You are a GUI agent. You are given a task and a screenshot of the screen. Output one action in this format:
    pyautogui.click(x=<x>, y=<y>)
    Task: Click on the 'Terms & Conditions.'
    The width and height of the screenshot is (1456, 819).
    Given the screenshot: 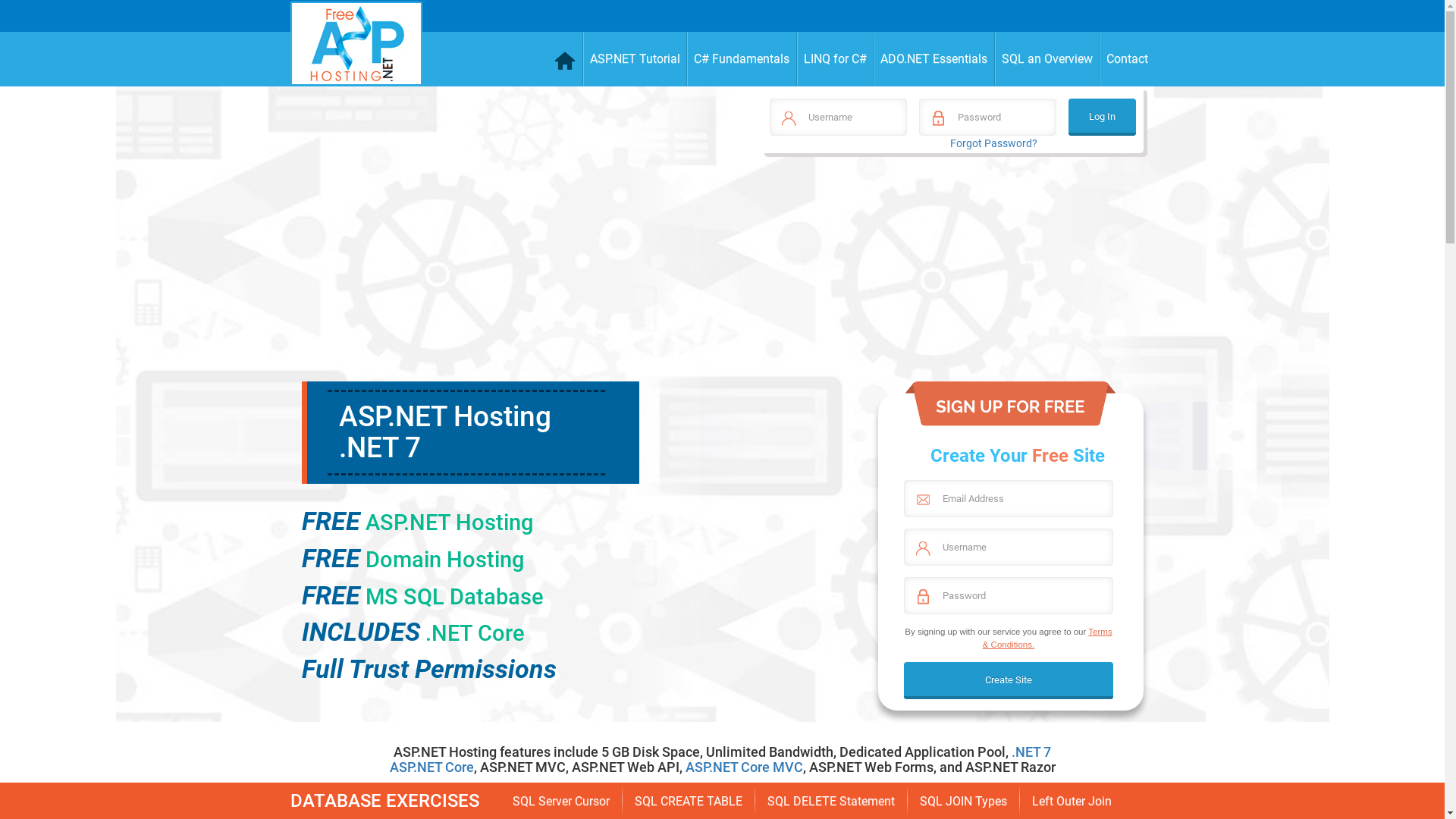 What is the action you would take?
    pyautogui.click(x=1046, y=637)
    